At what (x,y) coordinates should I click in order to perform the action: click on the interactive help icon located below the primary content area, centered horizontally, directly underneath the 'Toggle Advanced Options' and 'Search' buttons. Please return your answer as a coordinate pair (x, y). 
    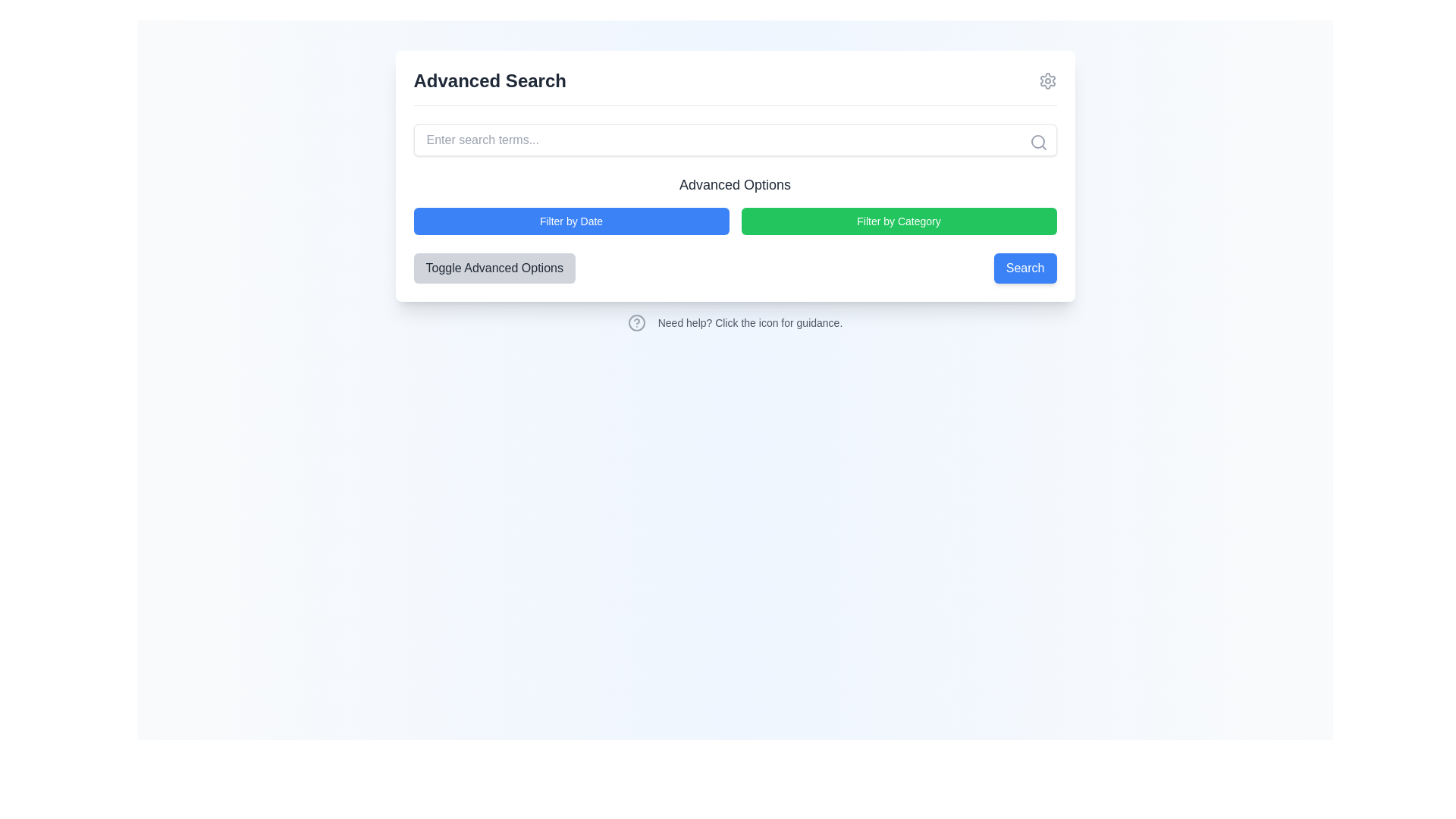
    Looking at the image, I should click on (735, 315).